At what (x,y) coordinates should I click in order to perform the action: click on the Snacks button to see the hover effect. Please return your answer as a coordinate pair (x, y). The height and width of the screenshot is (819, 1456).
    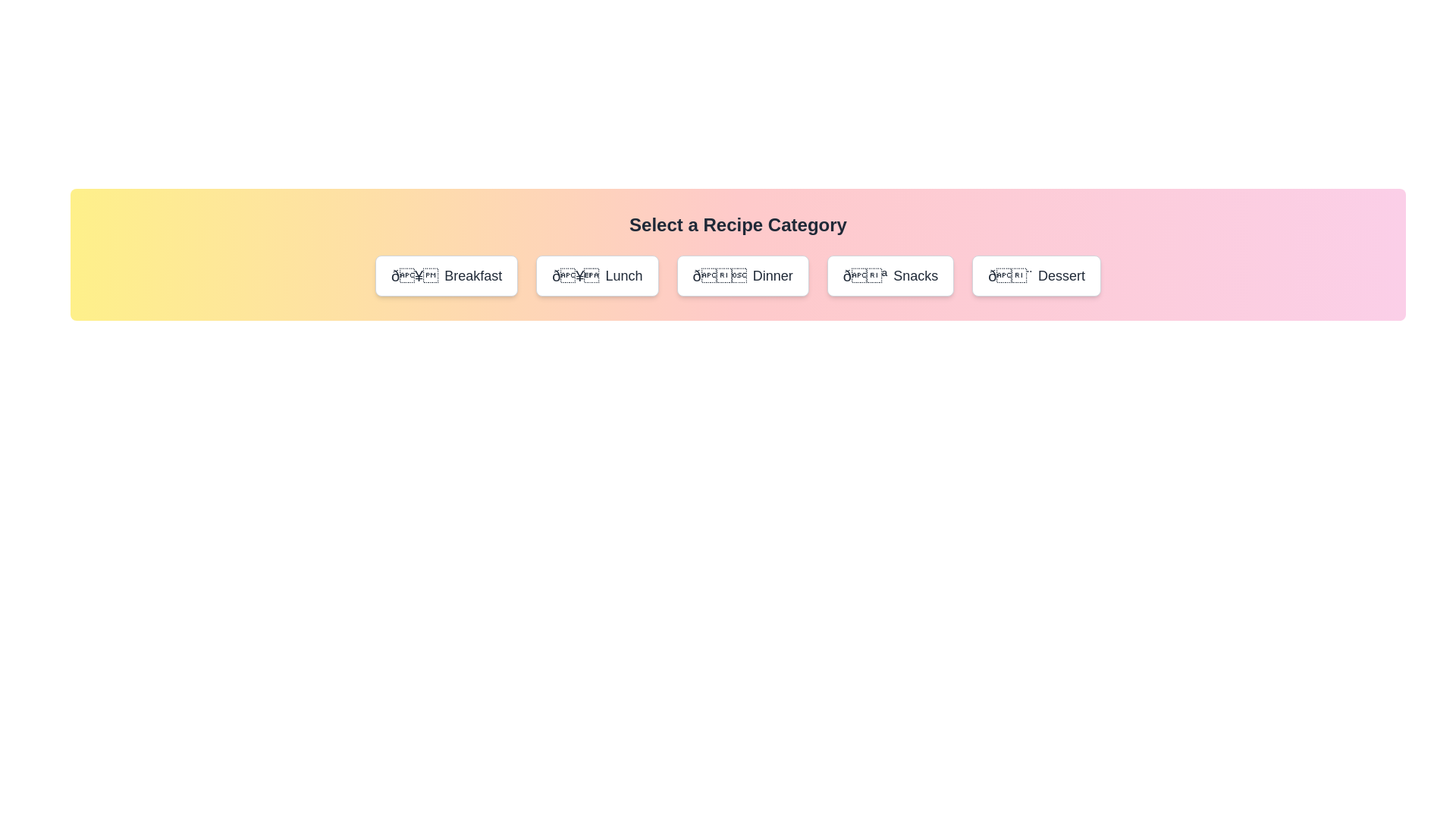
    Looking at the image, I should click on (890, 275).